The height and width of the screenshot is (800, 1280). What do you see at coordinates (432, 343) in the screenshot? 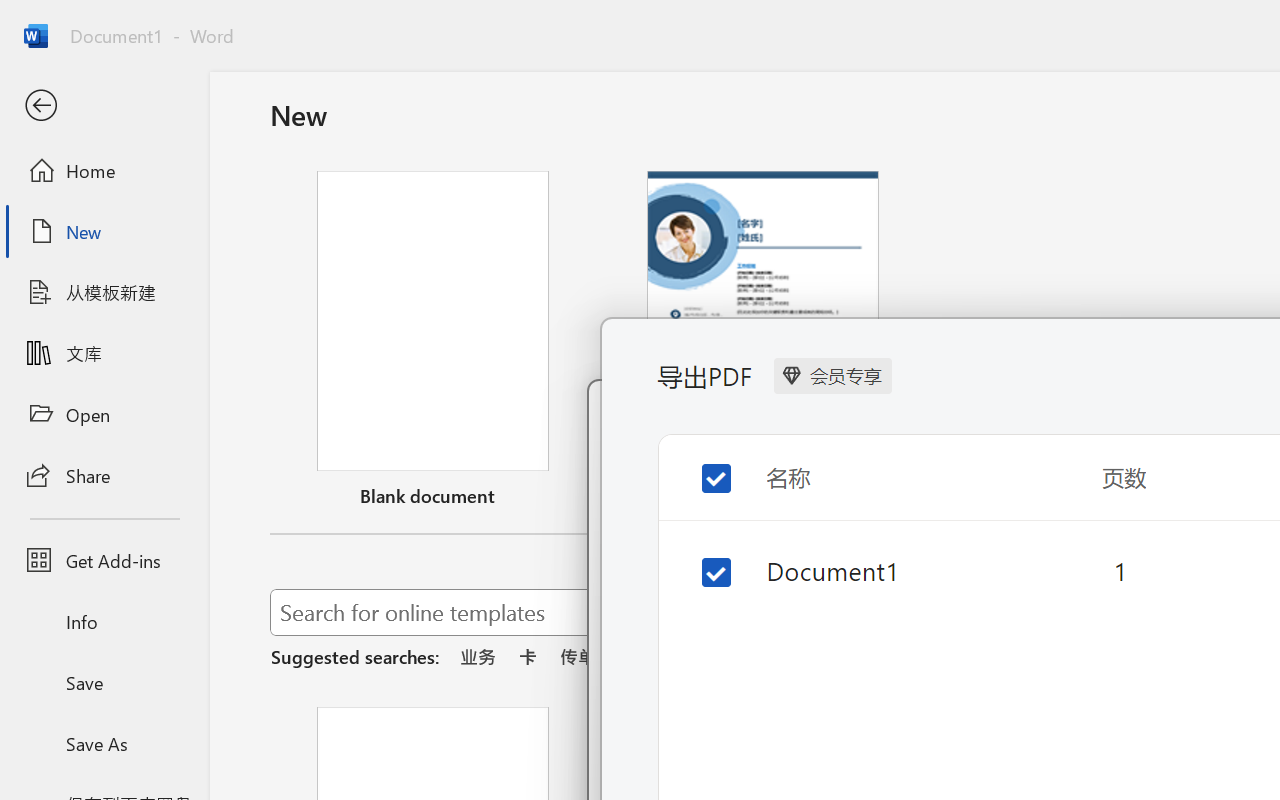
I see `'Blank document'` at bounding box center [432, 343].